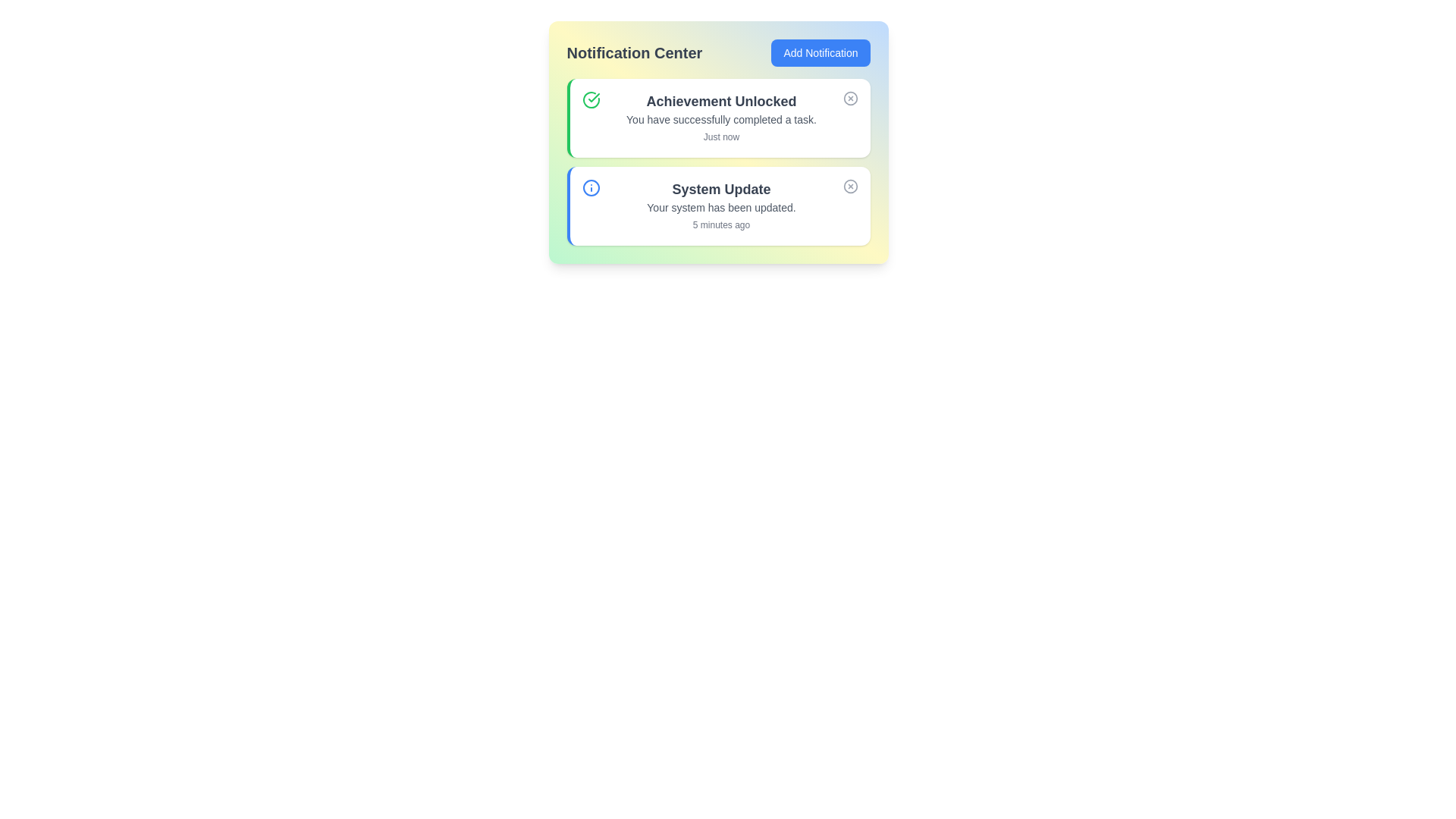  Describe the element at coordinates (850, 186) in the screenshot. I see `the circular visual component in the 'System Update' notification block, positioned to the right of the notification title` at that location.